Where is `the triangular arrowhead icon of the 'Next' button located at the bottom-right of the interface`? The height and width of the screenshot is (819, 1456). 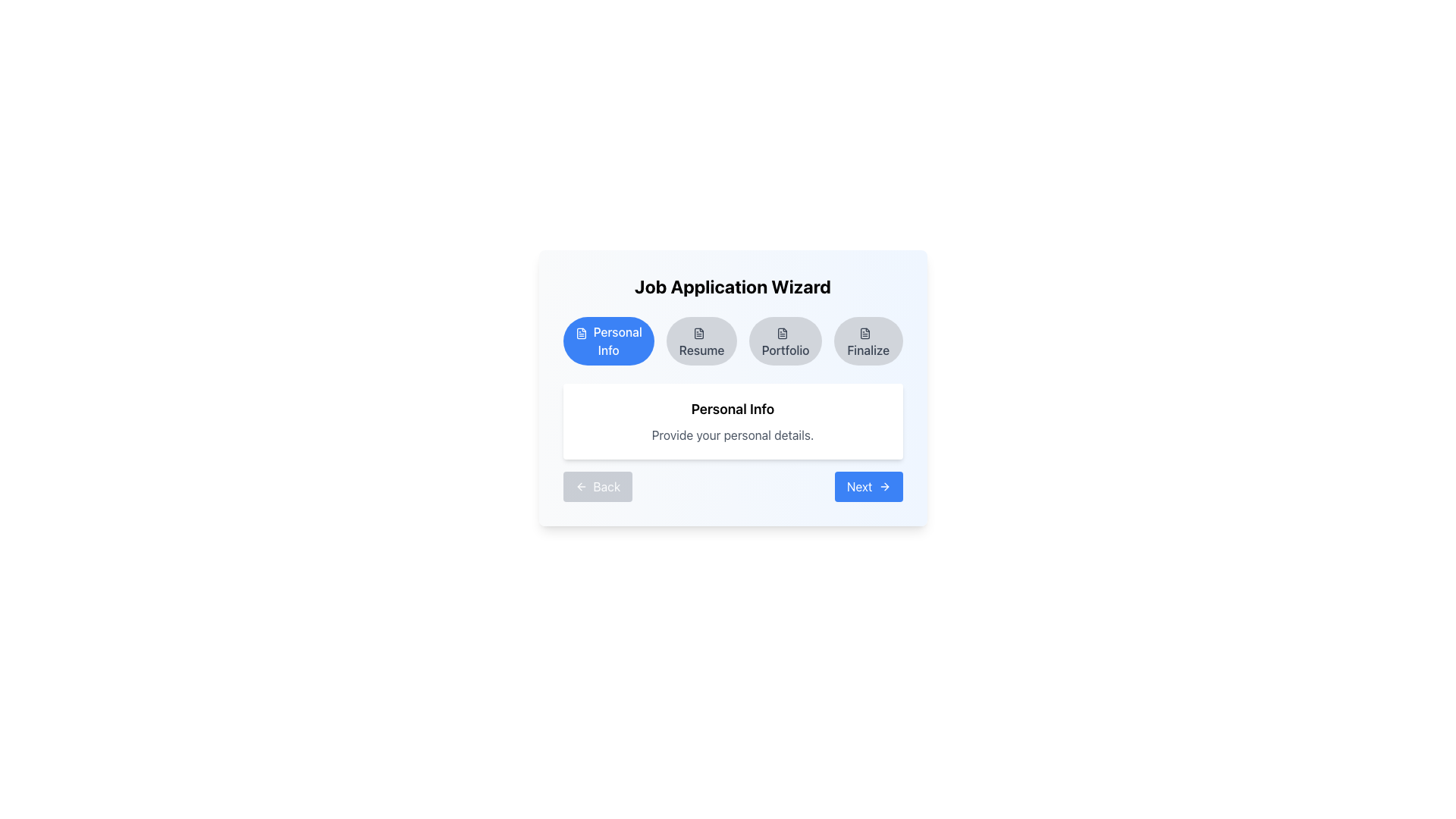 the triangular arrowhead icon of the 'Next' button located at the bottom-right of the interface is located at coordinates (886, 486).